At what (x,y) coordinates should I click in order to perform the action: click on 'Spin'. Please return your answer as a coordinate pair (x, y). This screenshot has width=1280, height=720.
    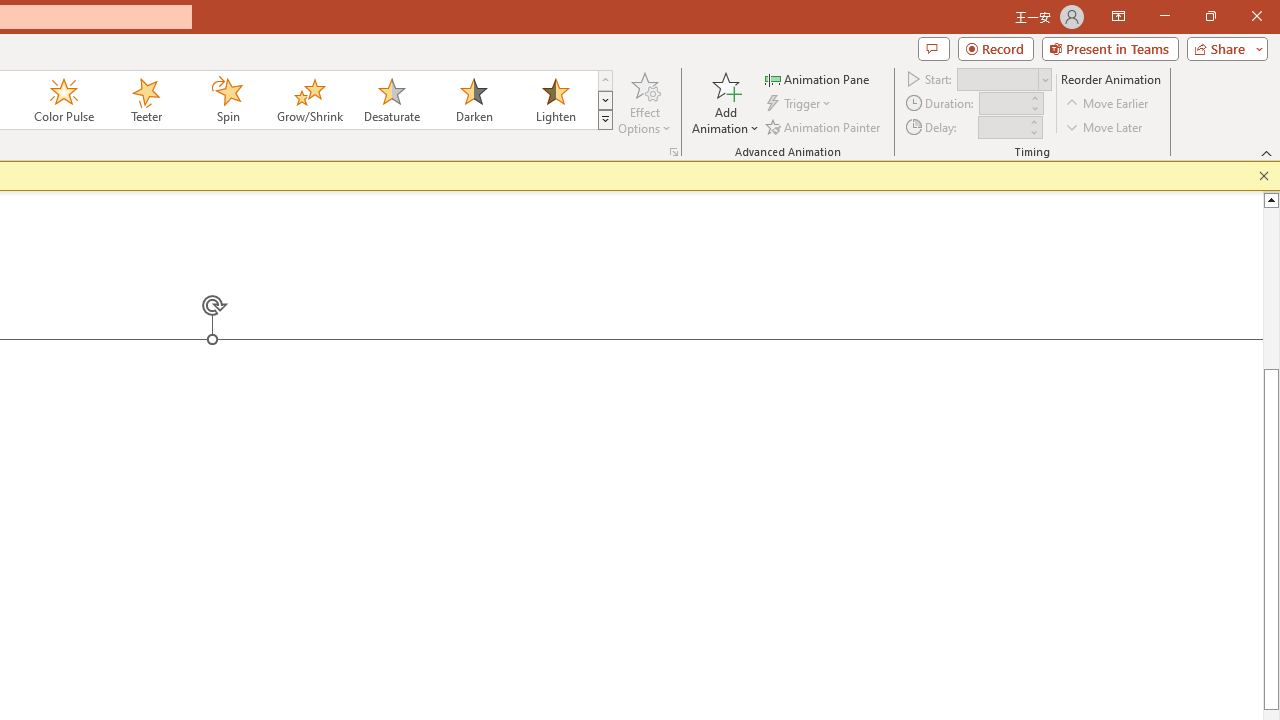
    Looking at the image, I should click on (227, 100).